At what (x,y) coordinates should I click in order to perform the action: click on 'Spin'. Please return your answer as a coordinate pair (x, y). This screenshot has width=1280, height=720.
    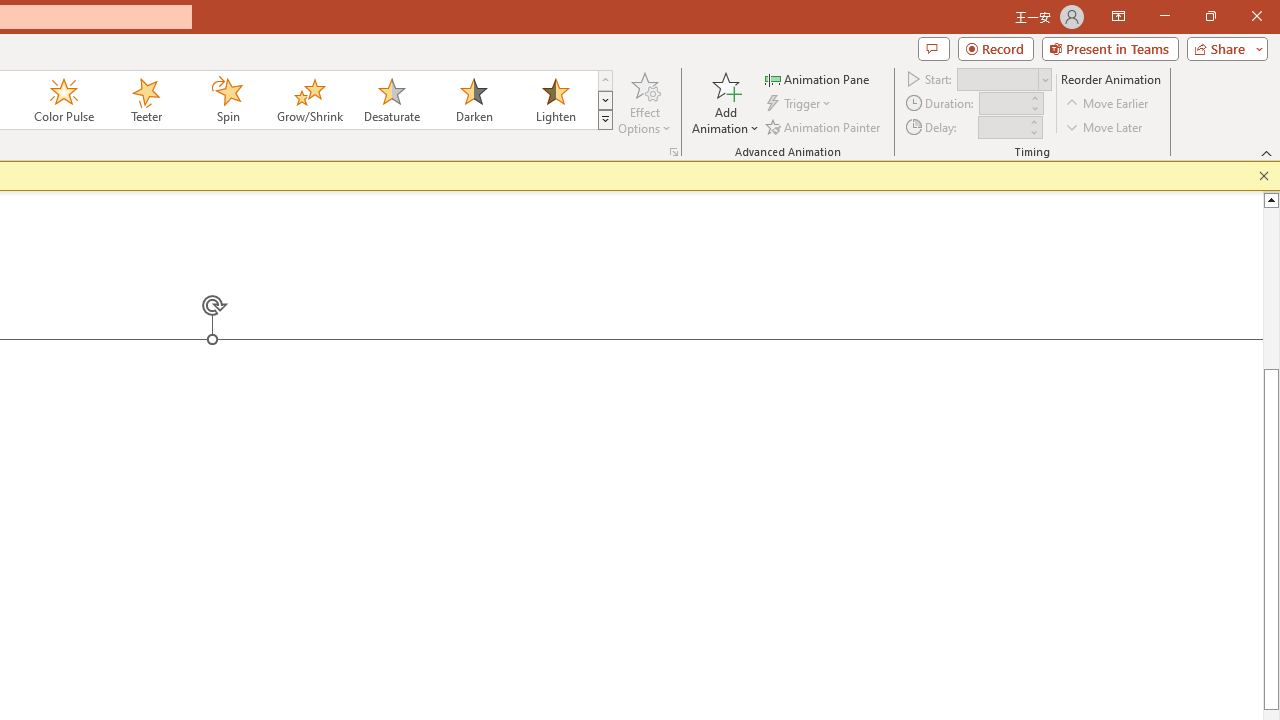
    Looking at the image, I should click on (227, 100).